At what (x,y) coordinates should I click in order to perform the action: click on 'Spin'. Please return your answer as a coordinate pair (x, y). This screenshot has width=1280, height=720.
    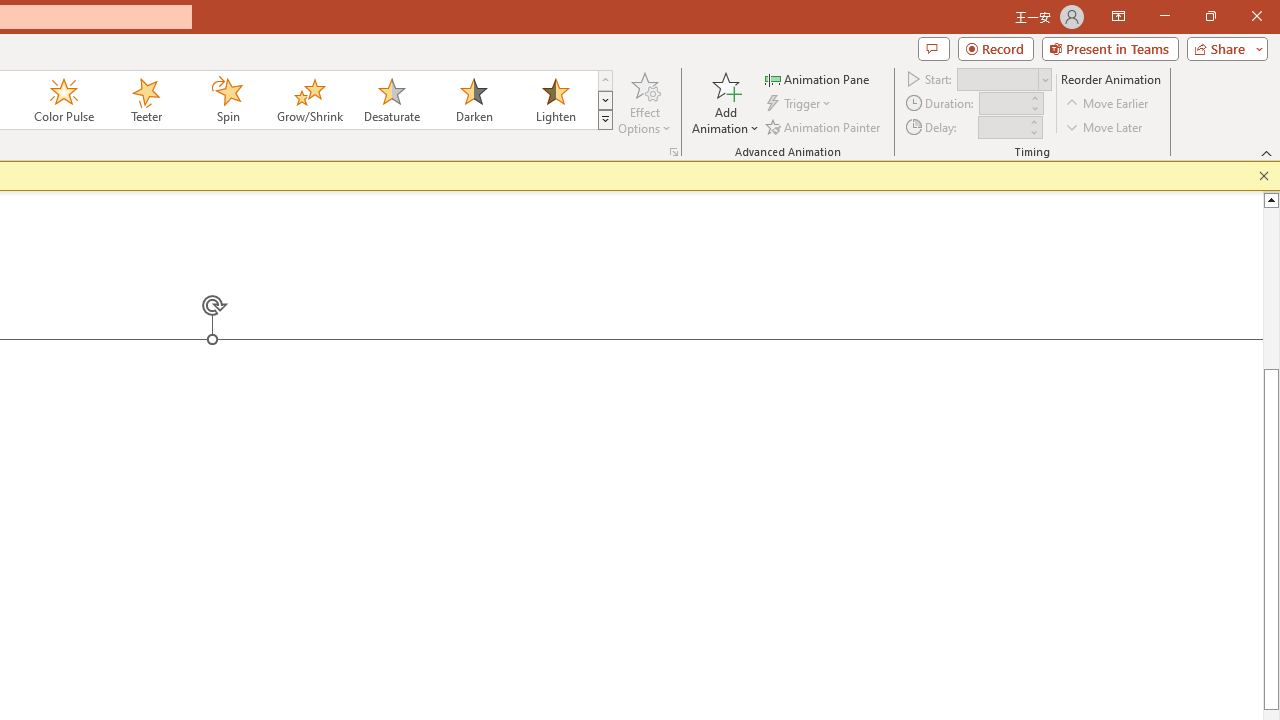
    Looking at the image, I should click on (227, 100).